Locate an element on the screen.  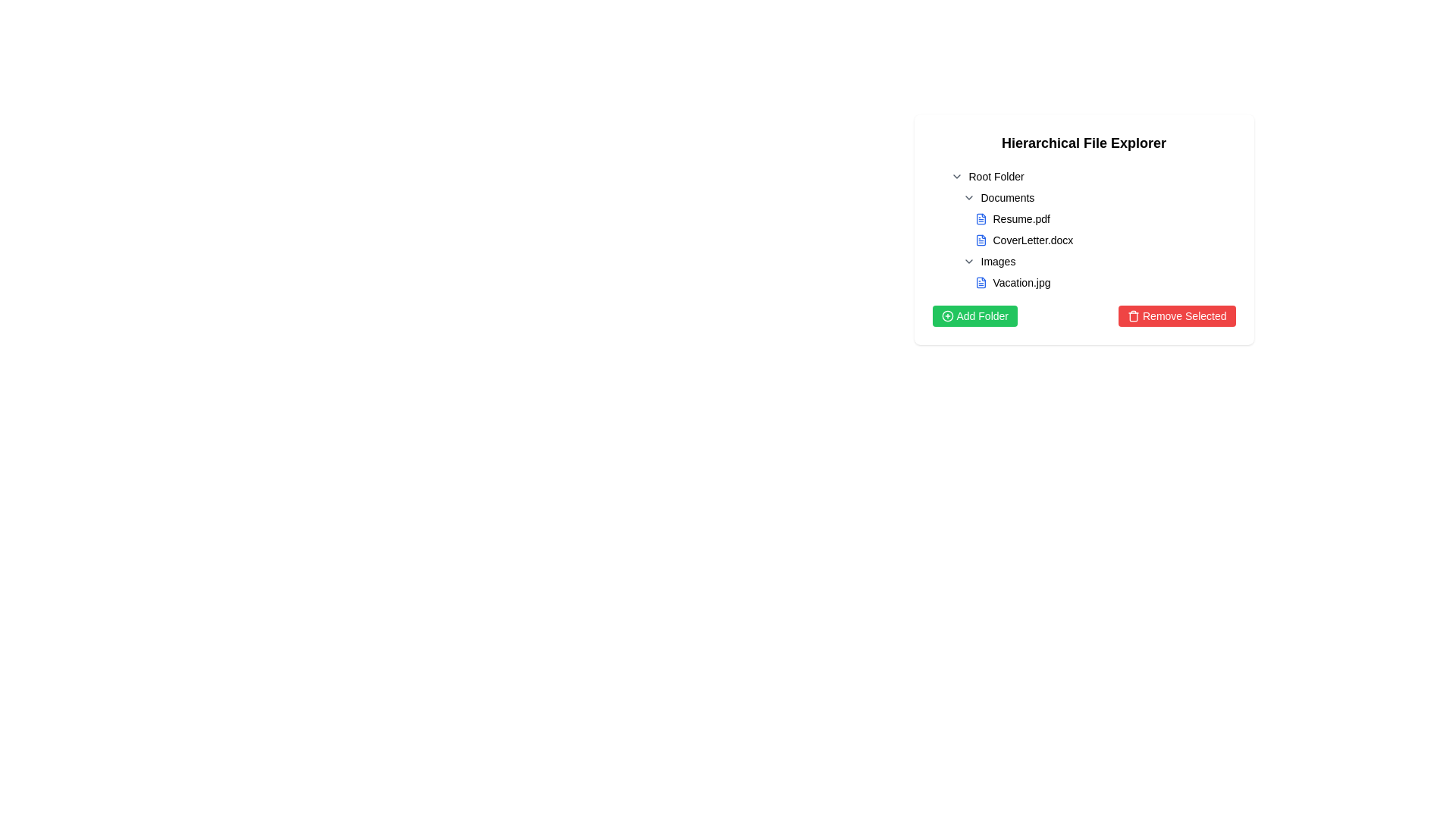
the 'Images' folder text label located under the 'Documents' header in the 'Root Folder' section of the file explorer is located at coordinates (998, 260).